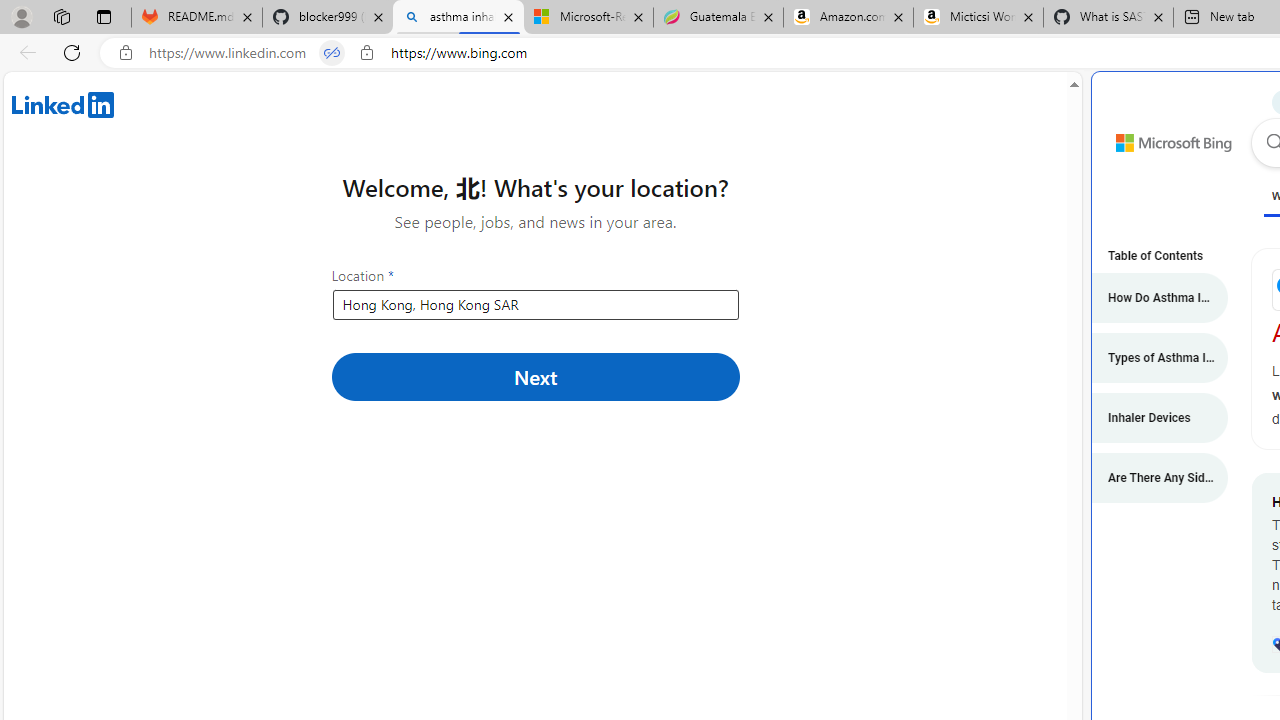 This screenshot has height=720, width=1280. I want to click on 'Tabs in split screen', so click(332, 52).